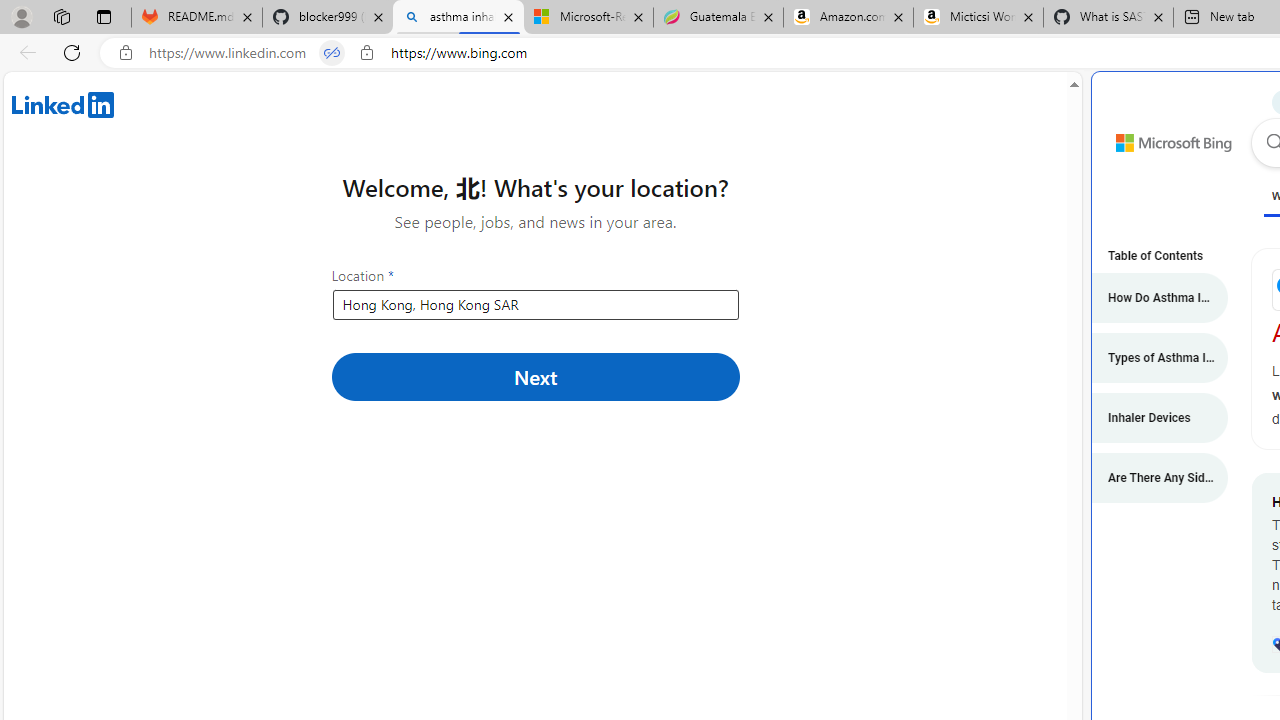 This screenshot has height=720, width=1280. I want to click on 'Tabs in split screen', so click(332, 52).